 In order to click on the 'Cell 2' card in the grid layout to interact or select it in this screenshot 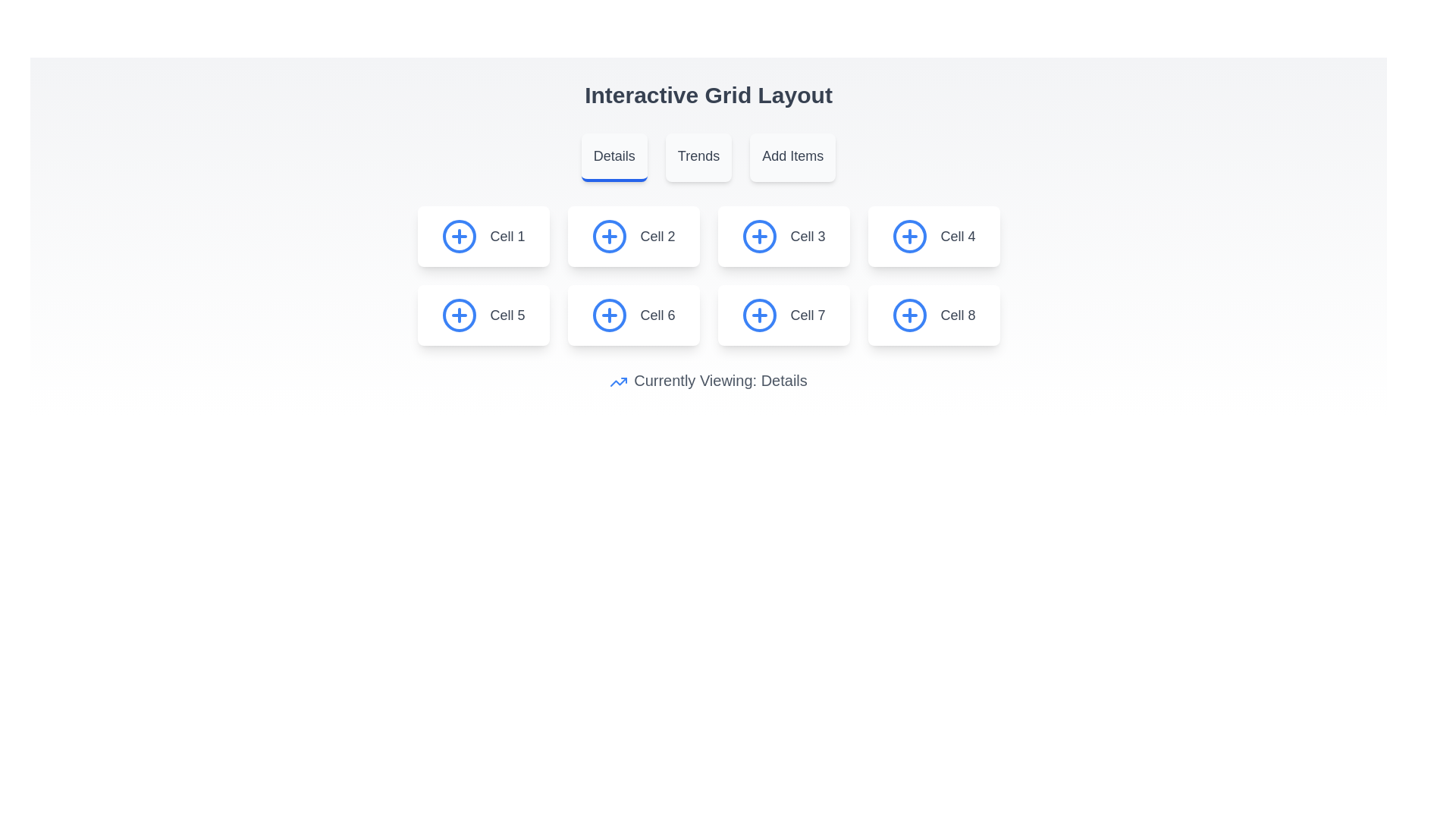, I will do `click(633, 237)`.